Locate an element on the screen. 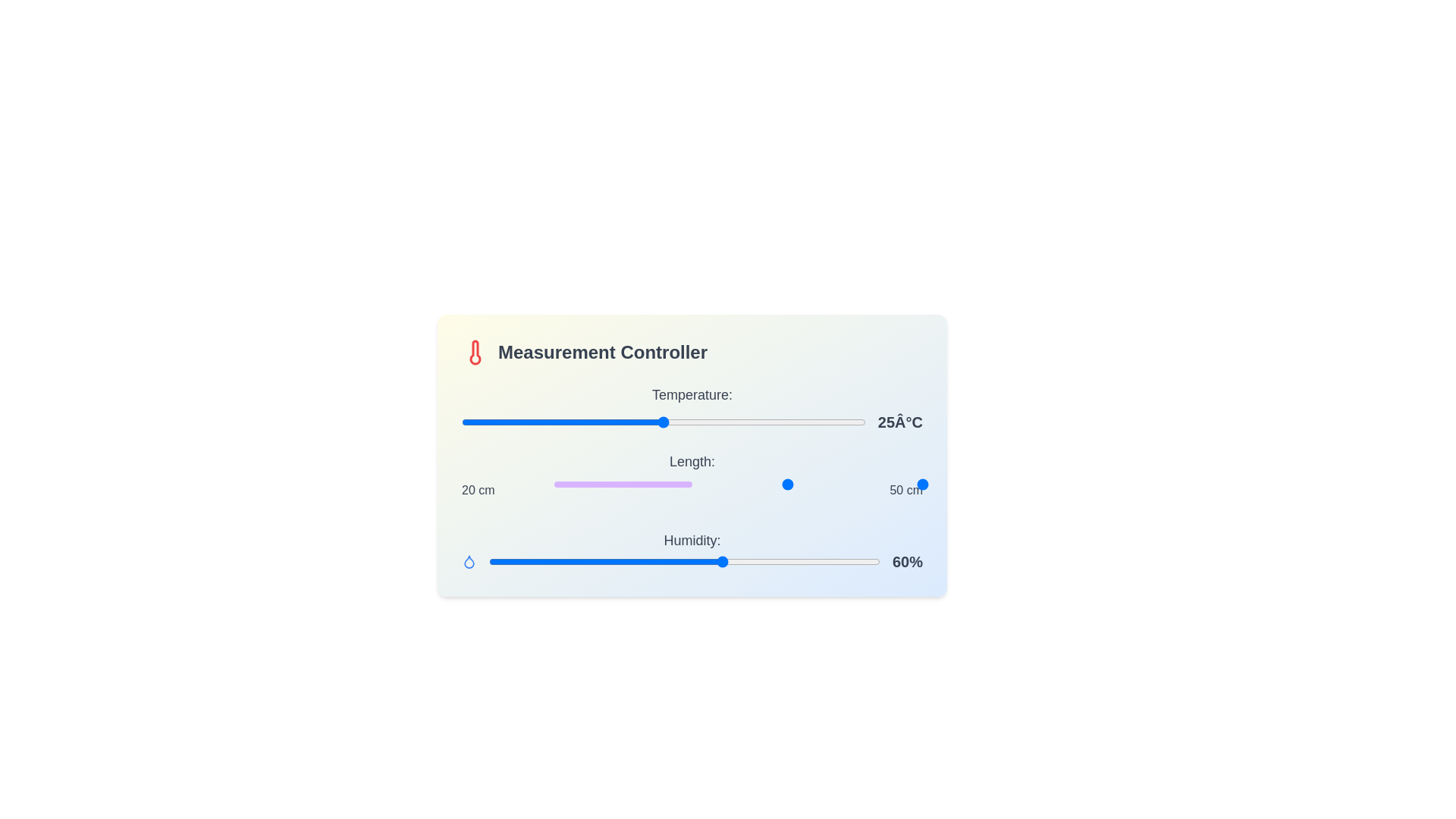 The image size is (1456, 819). the Interactive measurement control panel located centrally is located at coordinates (691, 455).